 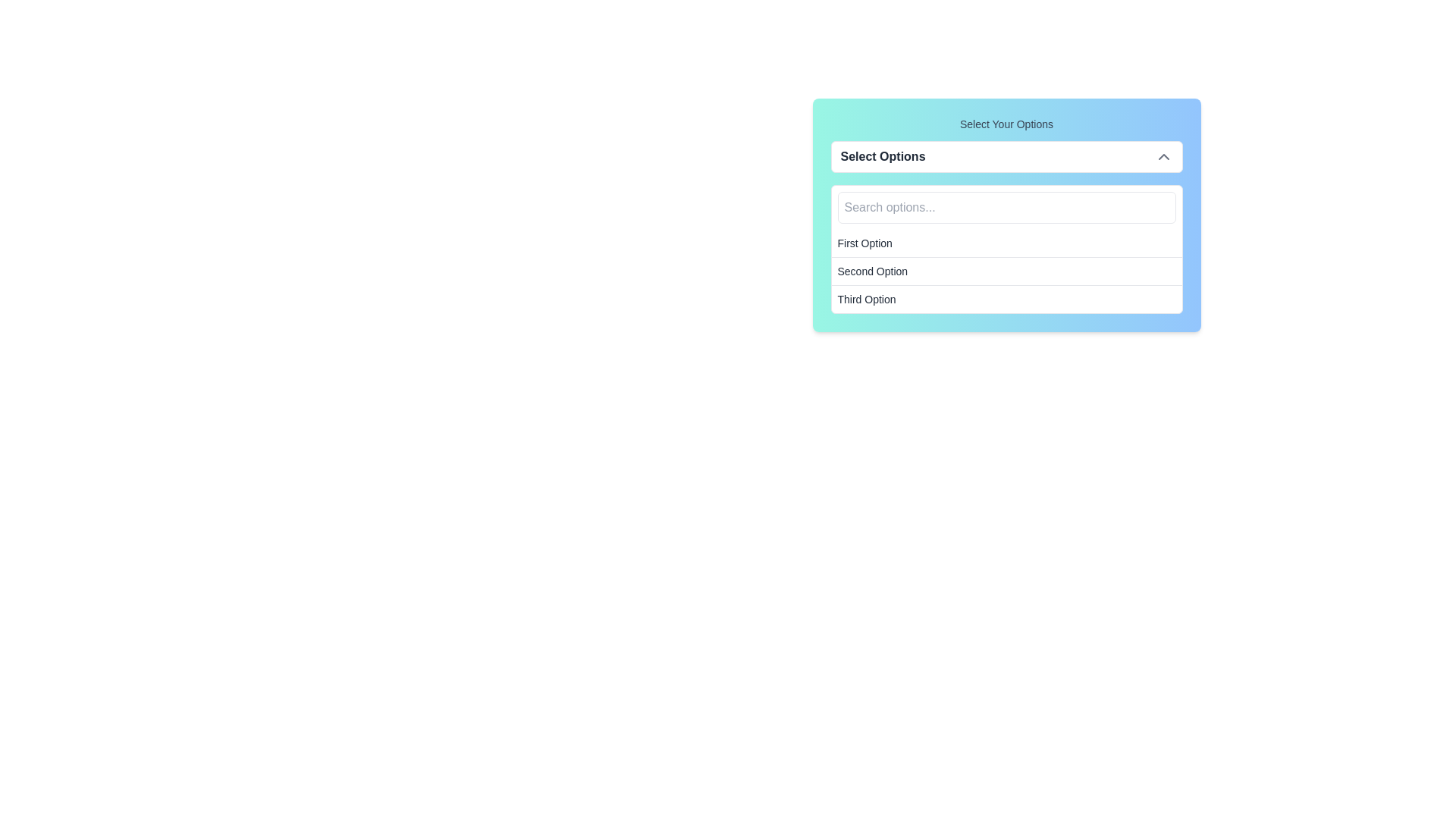 I want to click on text label displaying 'First Option', which is styled in dark gray and located at the top of a dropdown menu, so click(x=864, y=242).